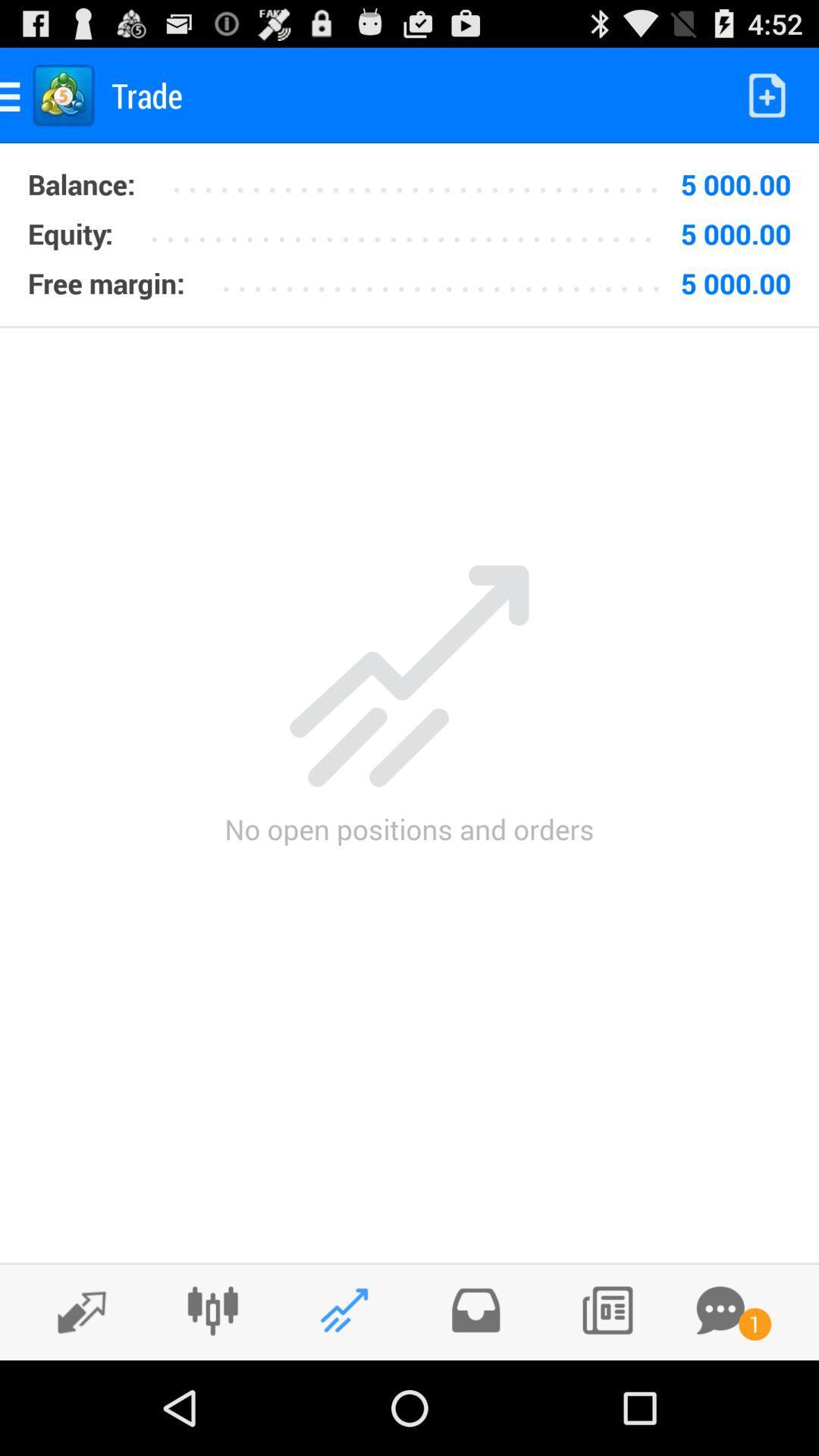  What do you see at coordinates (105, 283) in the screenshot?
I see `the item below equity: item` at bounding box center [105, 283].